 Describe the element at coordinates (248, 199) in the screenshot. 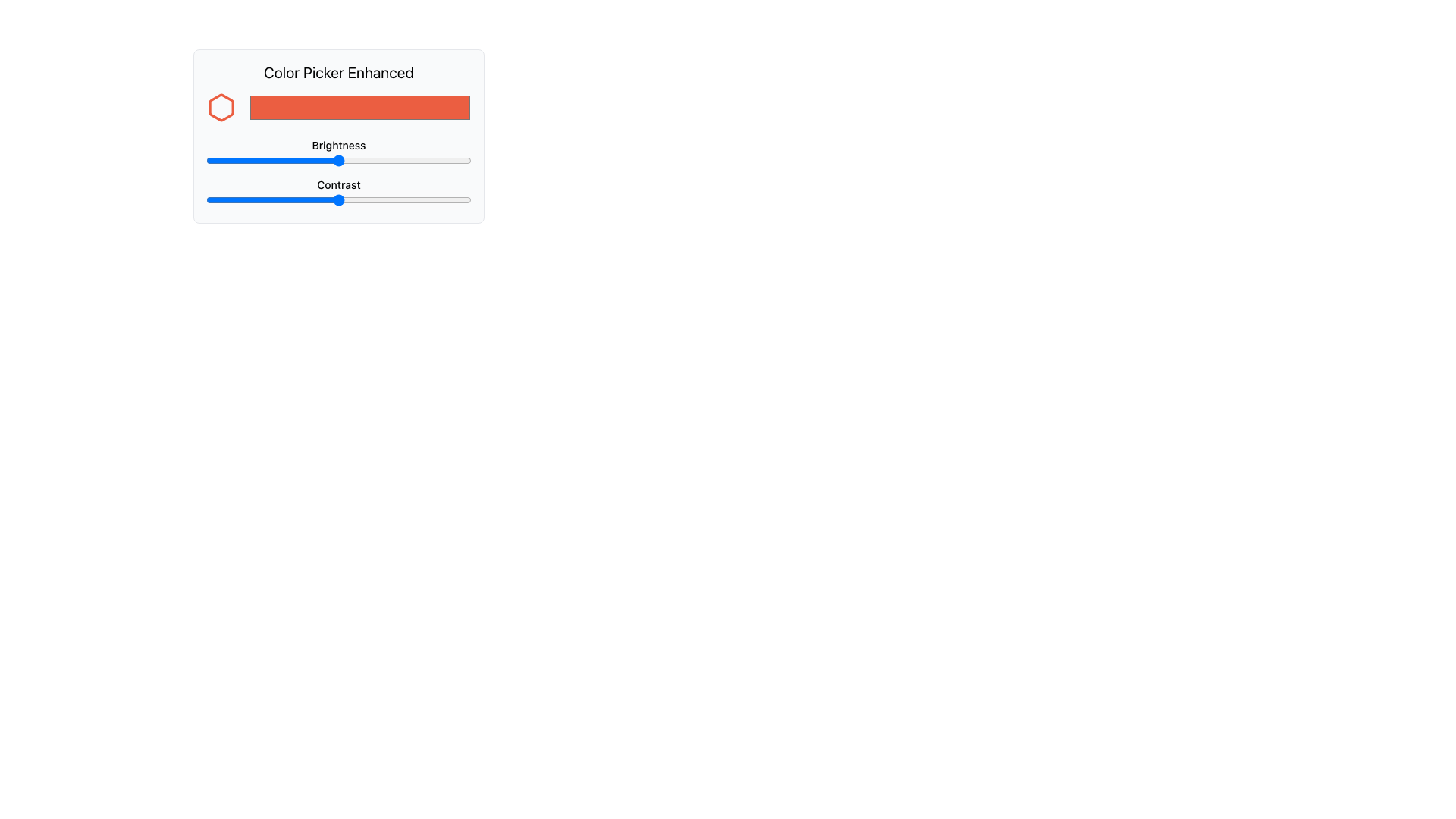

I see `contrast` at that location.